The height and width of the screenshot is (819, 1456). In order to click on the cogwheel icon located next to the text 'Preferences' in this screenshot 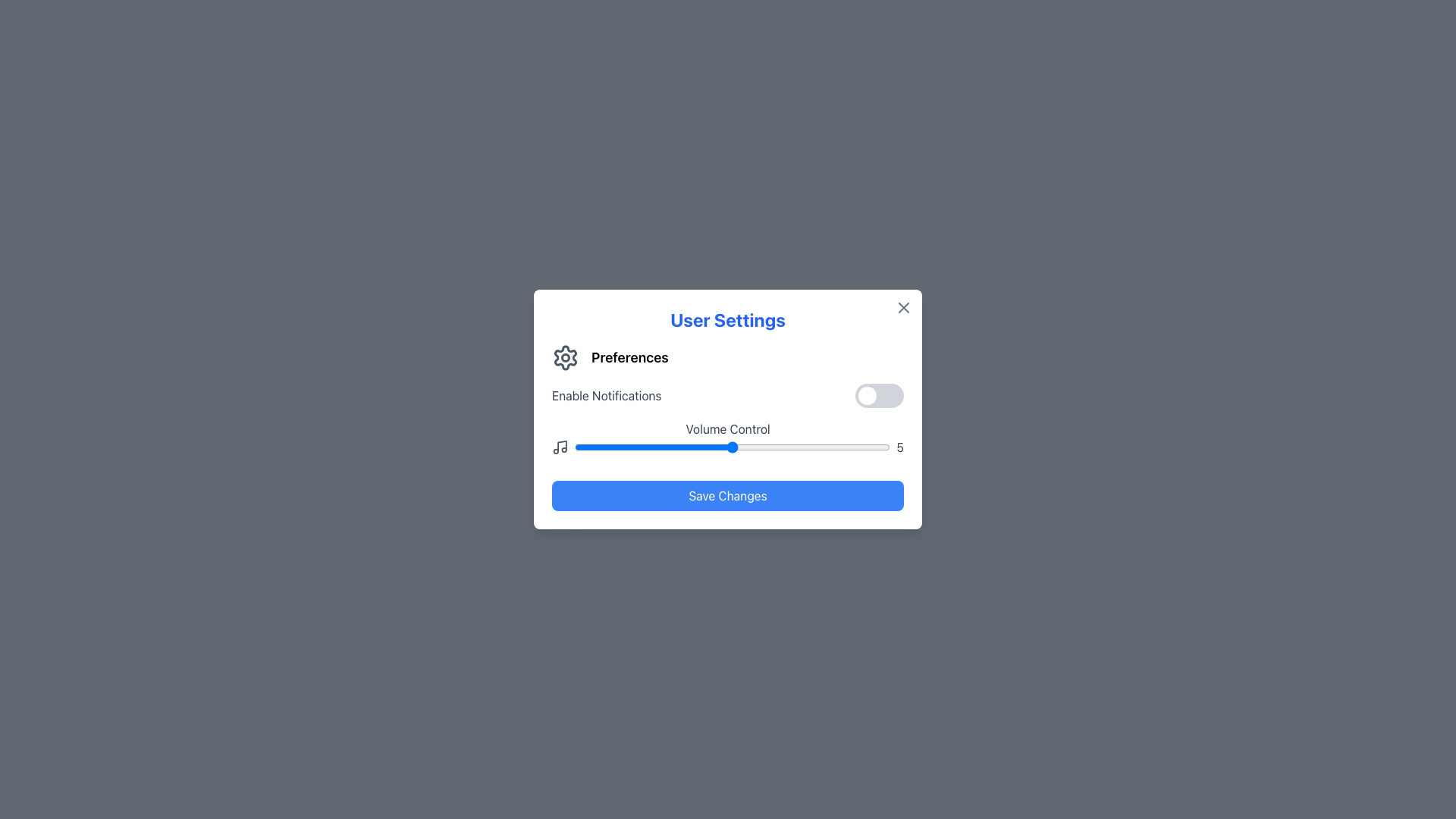, I will do `click(564, 357)`.